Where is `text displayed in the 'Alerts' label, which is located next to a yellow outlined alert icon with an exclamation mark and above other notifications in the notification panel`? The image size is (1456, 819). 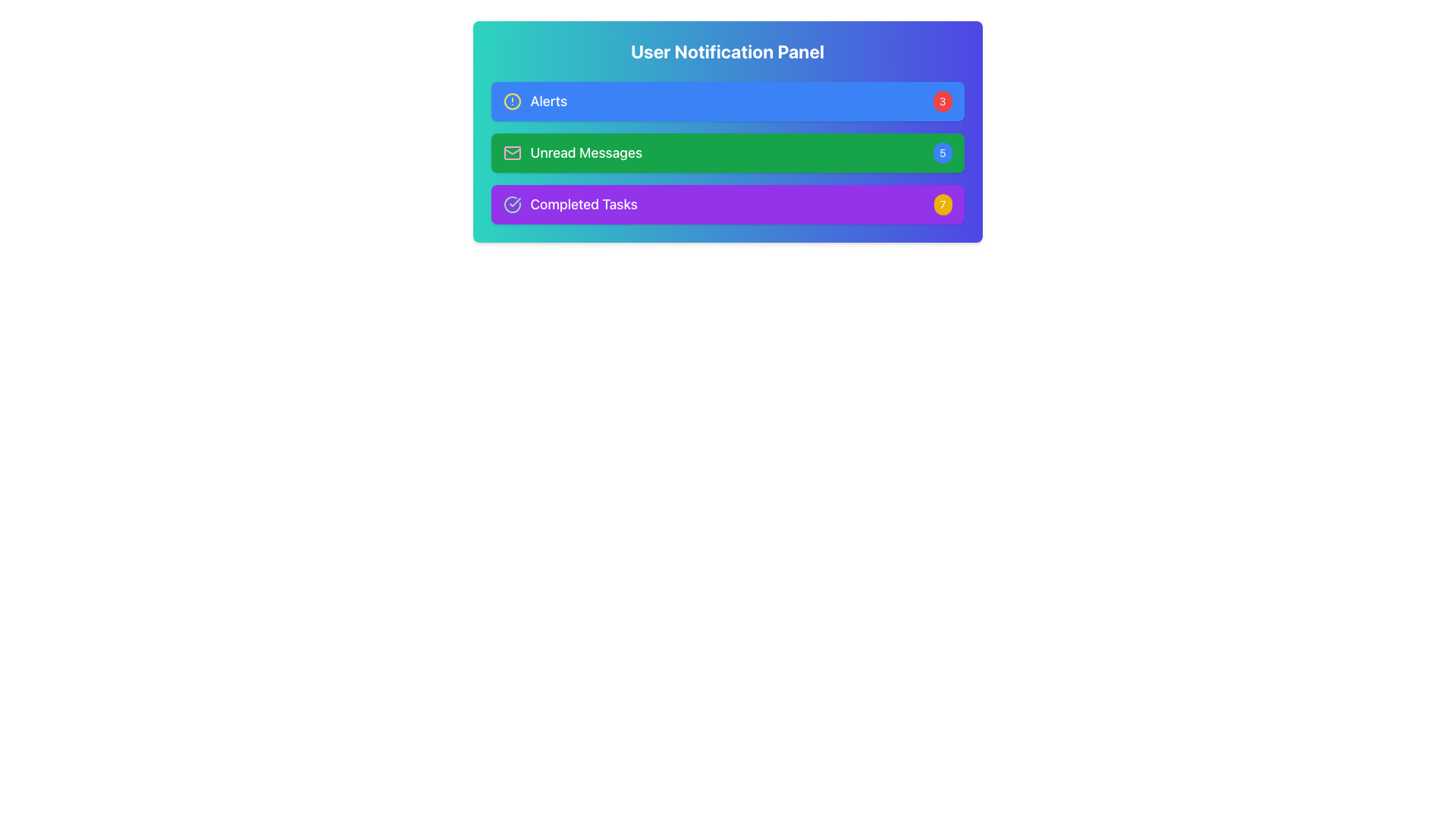
text displayed in the 'Alerts' label, which is located next to a yellow outlined alert icon with an exclamation mark and above other notifications in the notification panel is located at coordinates (535, 102).